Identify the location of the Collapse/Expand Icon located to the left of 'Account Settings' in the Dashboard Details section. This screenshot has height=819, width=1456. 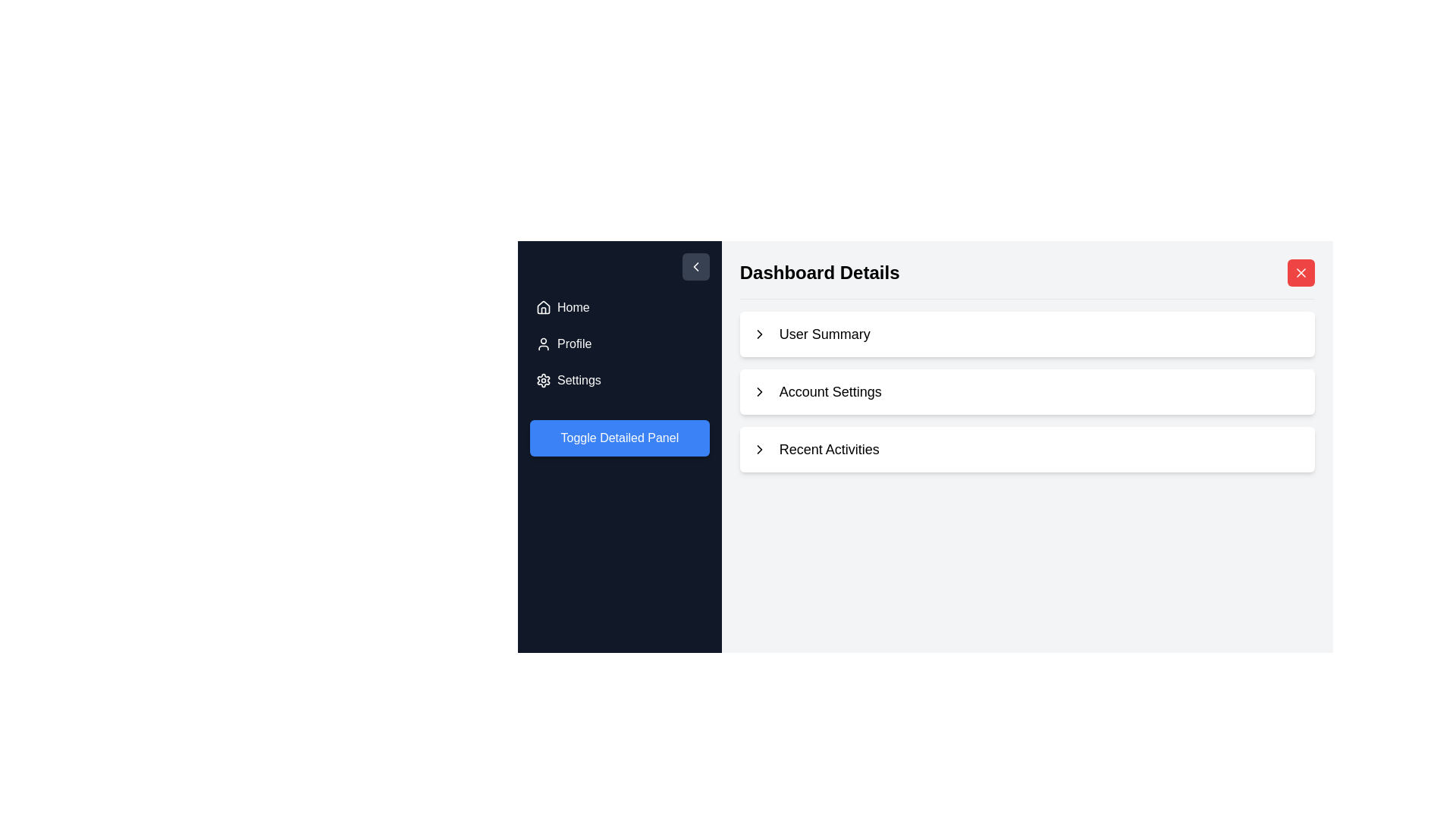
(759, 333).